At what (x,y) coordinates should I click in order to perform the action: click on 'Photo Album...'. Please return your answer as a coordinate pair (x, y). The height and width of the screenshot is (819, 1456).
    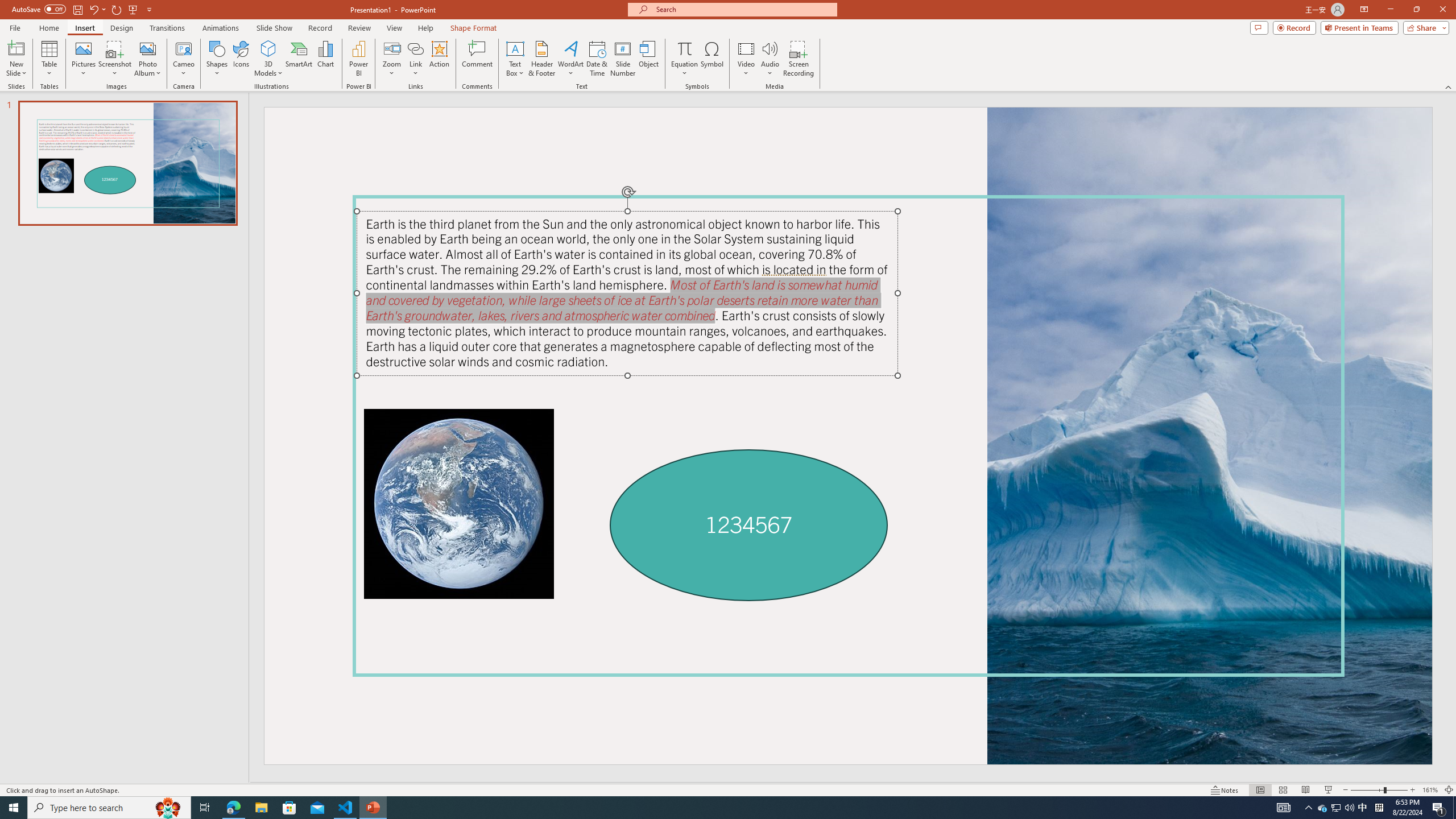
    Looking at the image, I should click on (147, 59).